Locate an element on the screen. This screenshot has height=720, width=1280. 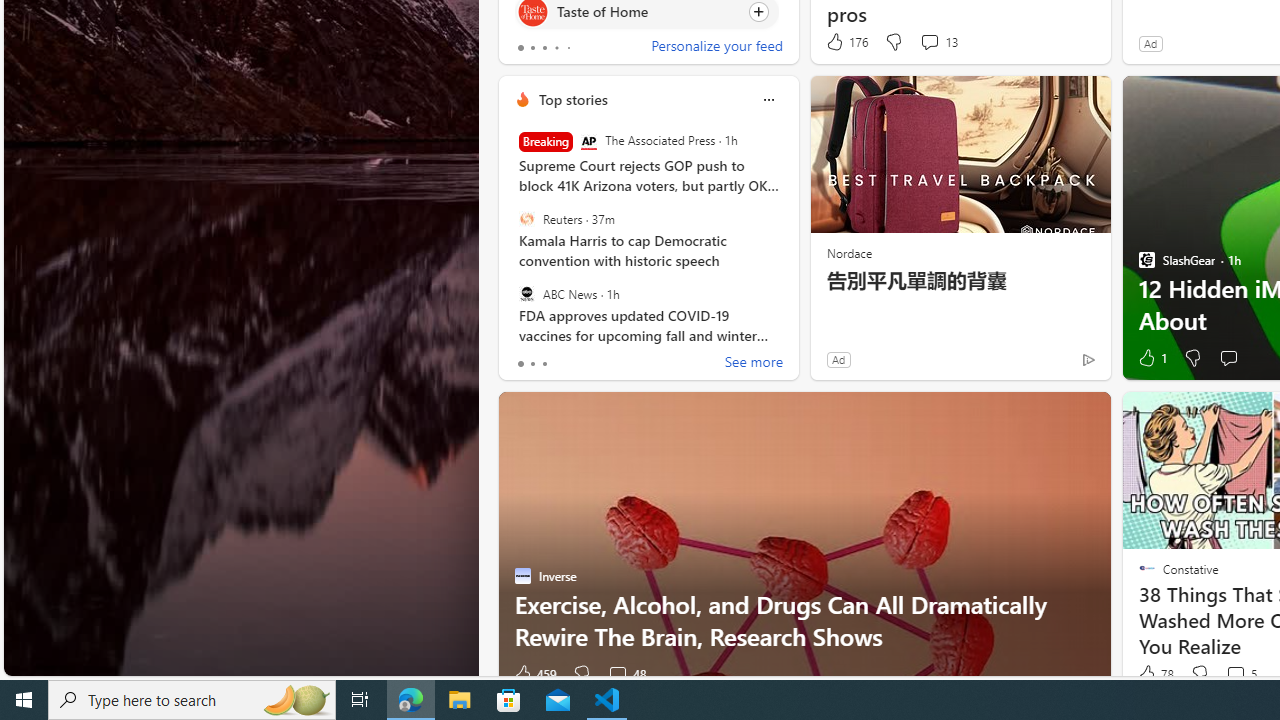
'View comments 48 Comment' is located at coordinates (616, 673).